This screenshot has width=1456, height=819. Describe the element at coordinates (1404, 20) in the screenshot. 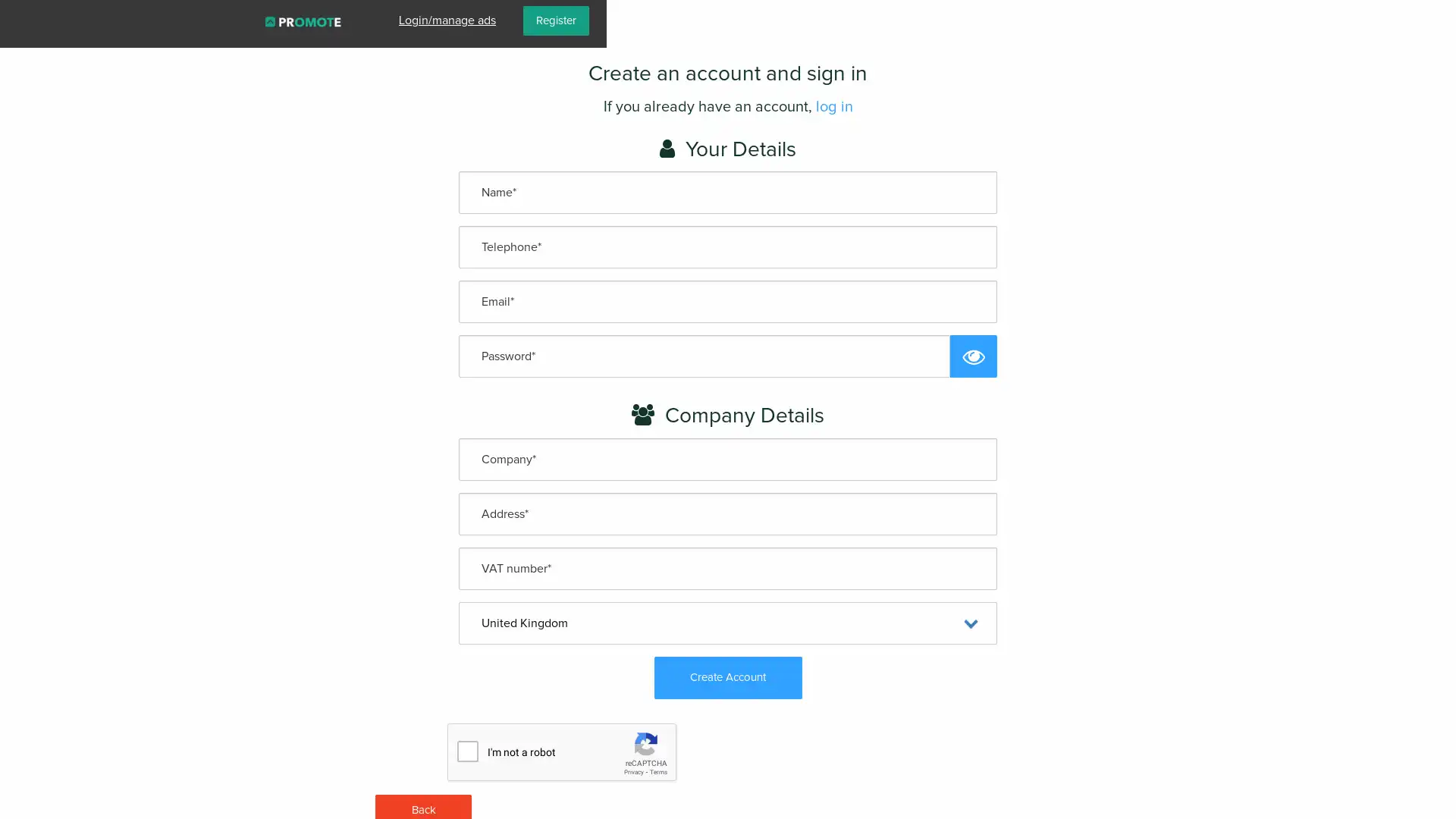

I see `Register` at that location.